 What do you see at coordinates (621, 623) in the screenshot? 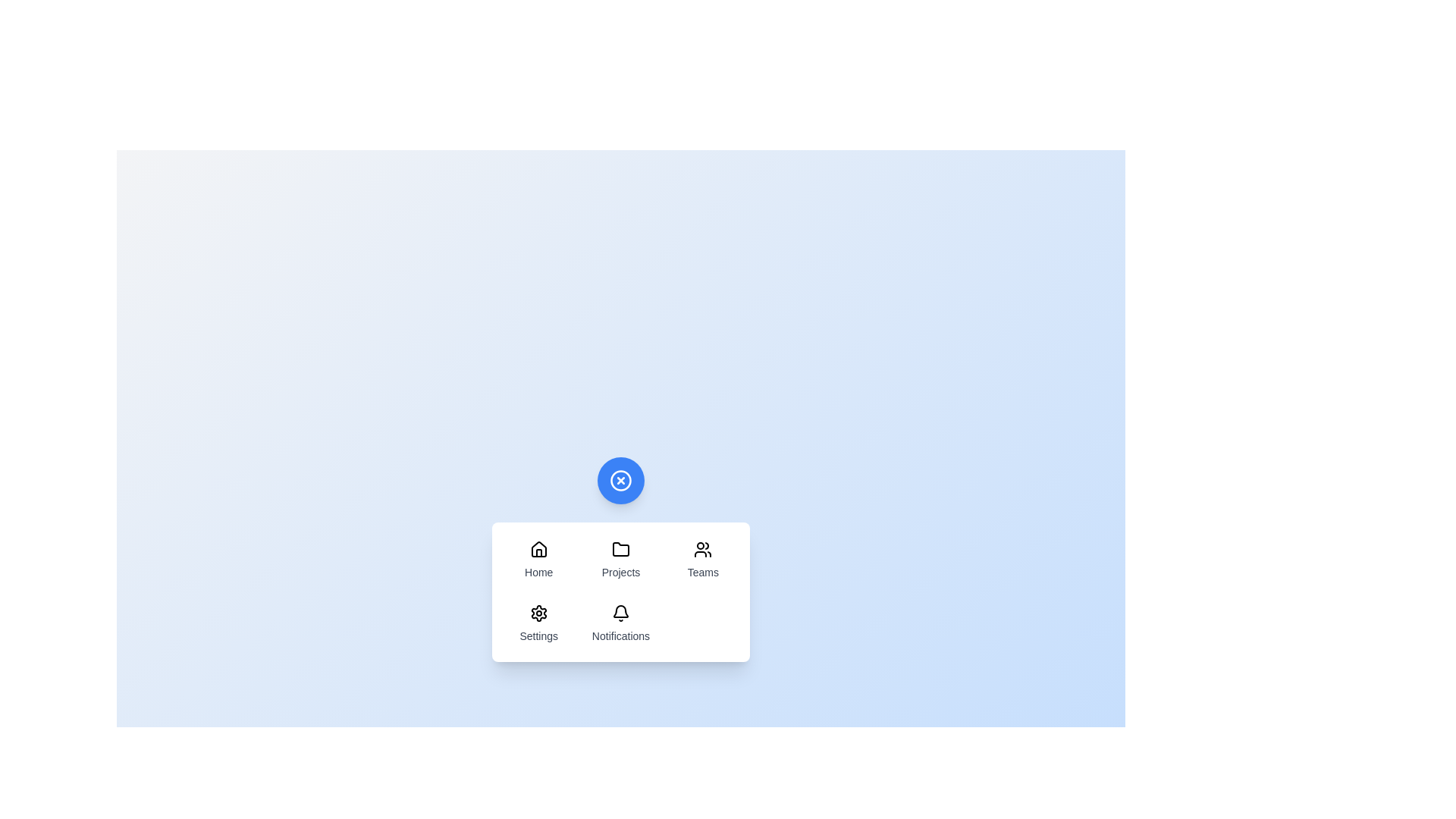
I see `the menu item labeled Notifications` at bounding box center [621, 623].